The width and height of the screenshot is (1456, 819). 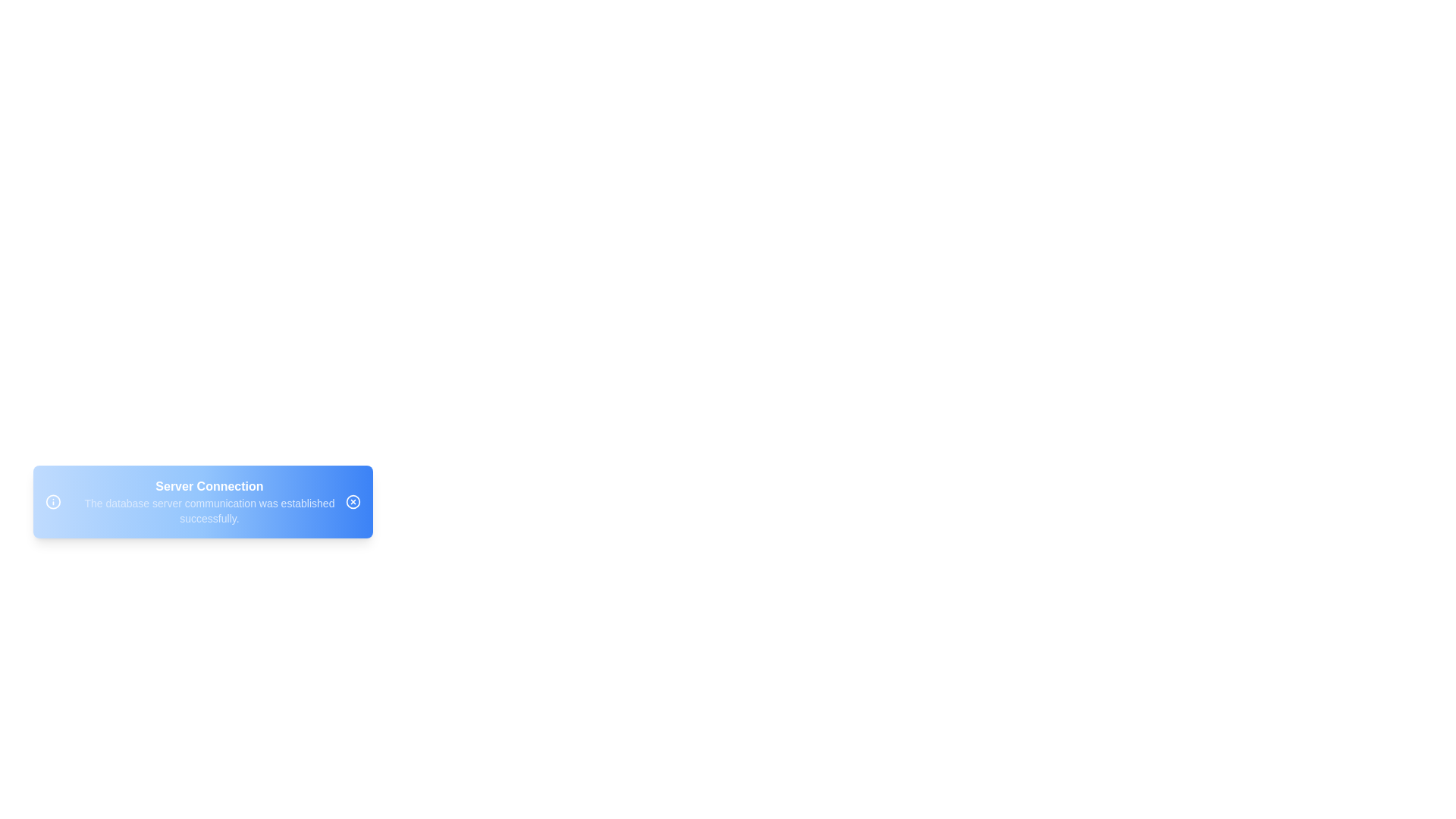 What do you see at coordinates (53, 502) in the screenshot?
I see `the informational icon to focus on it` at bounding box center [53, 502].